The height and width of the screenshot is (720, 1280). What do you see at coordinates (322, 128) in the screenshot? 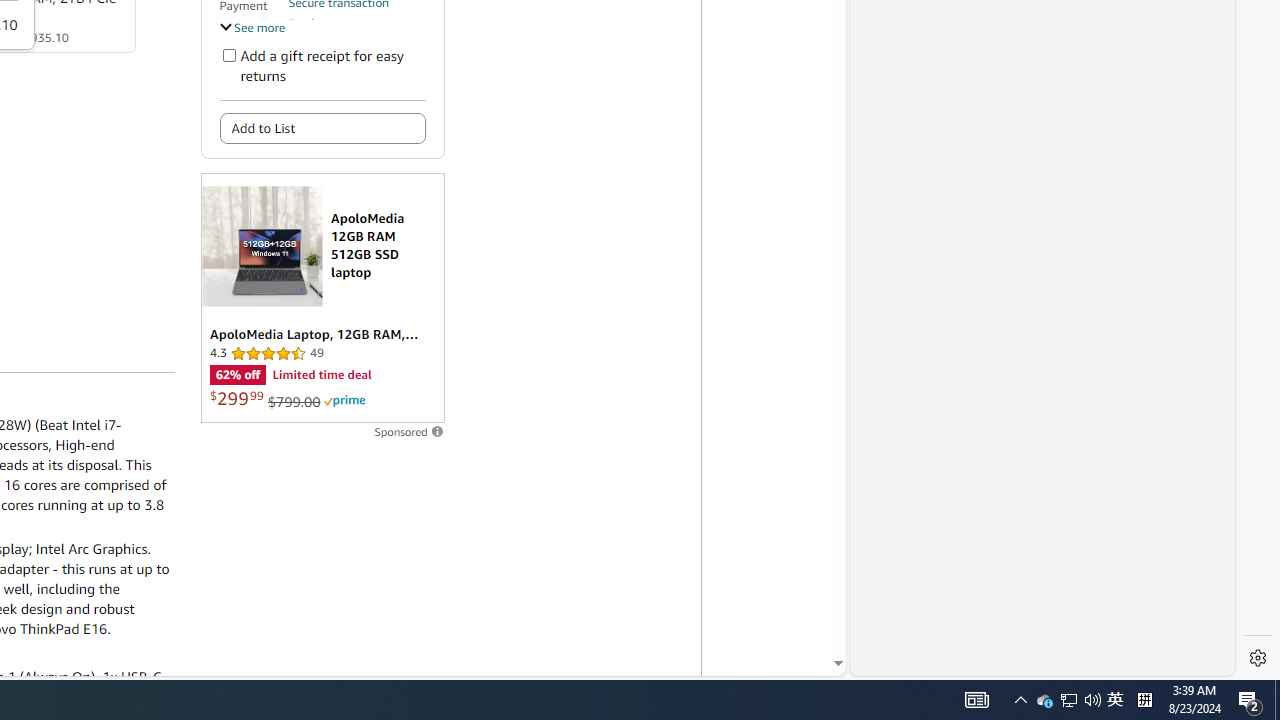
I see `'Add to List'` at bounding box center [322, 128].